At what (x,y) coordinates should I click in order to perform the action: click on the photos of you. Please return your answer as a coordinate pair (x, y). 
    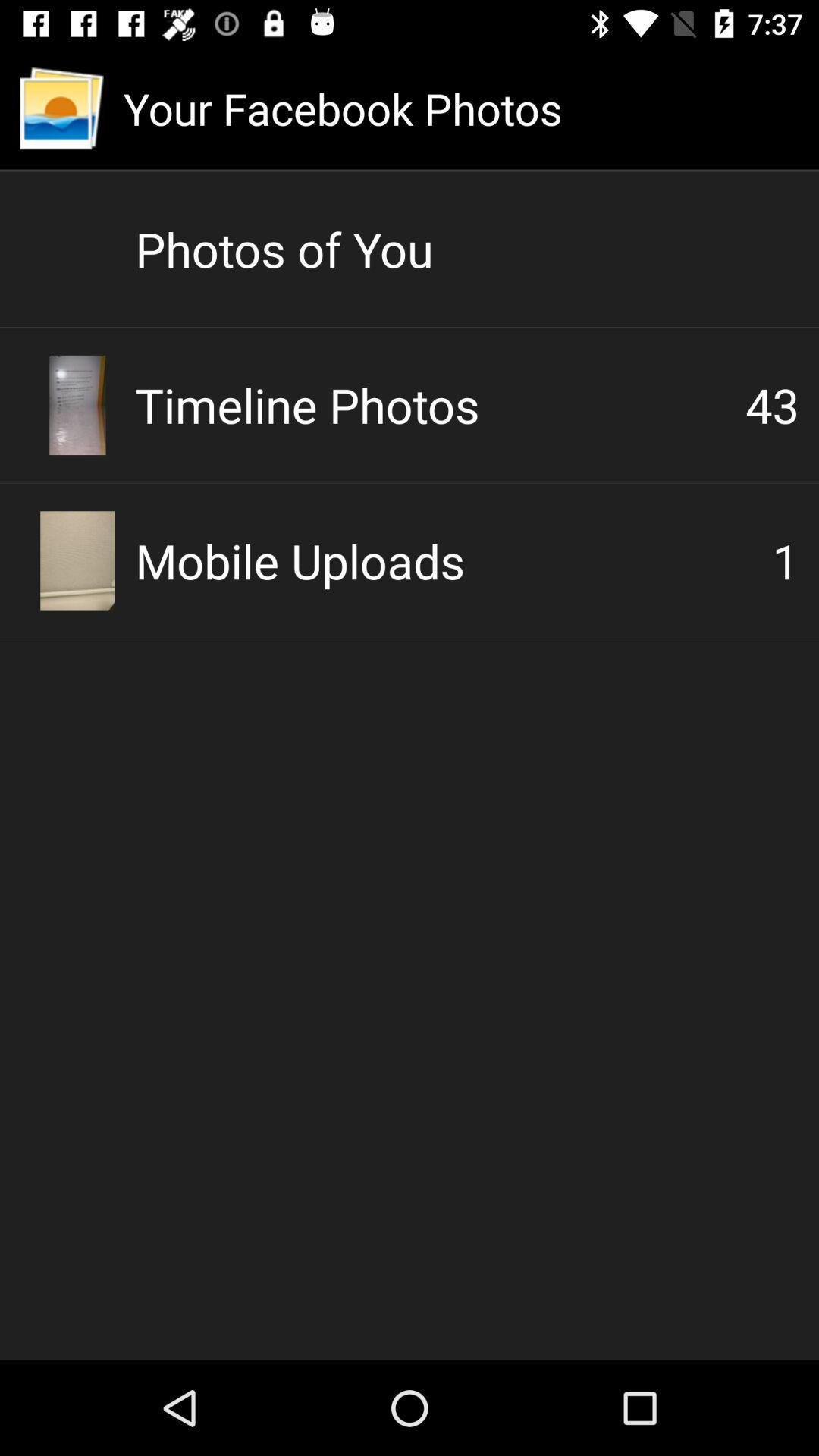
    Looking at the image, I should click on (466, 249).